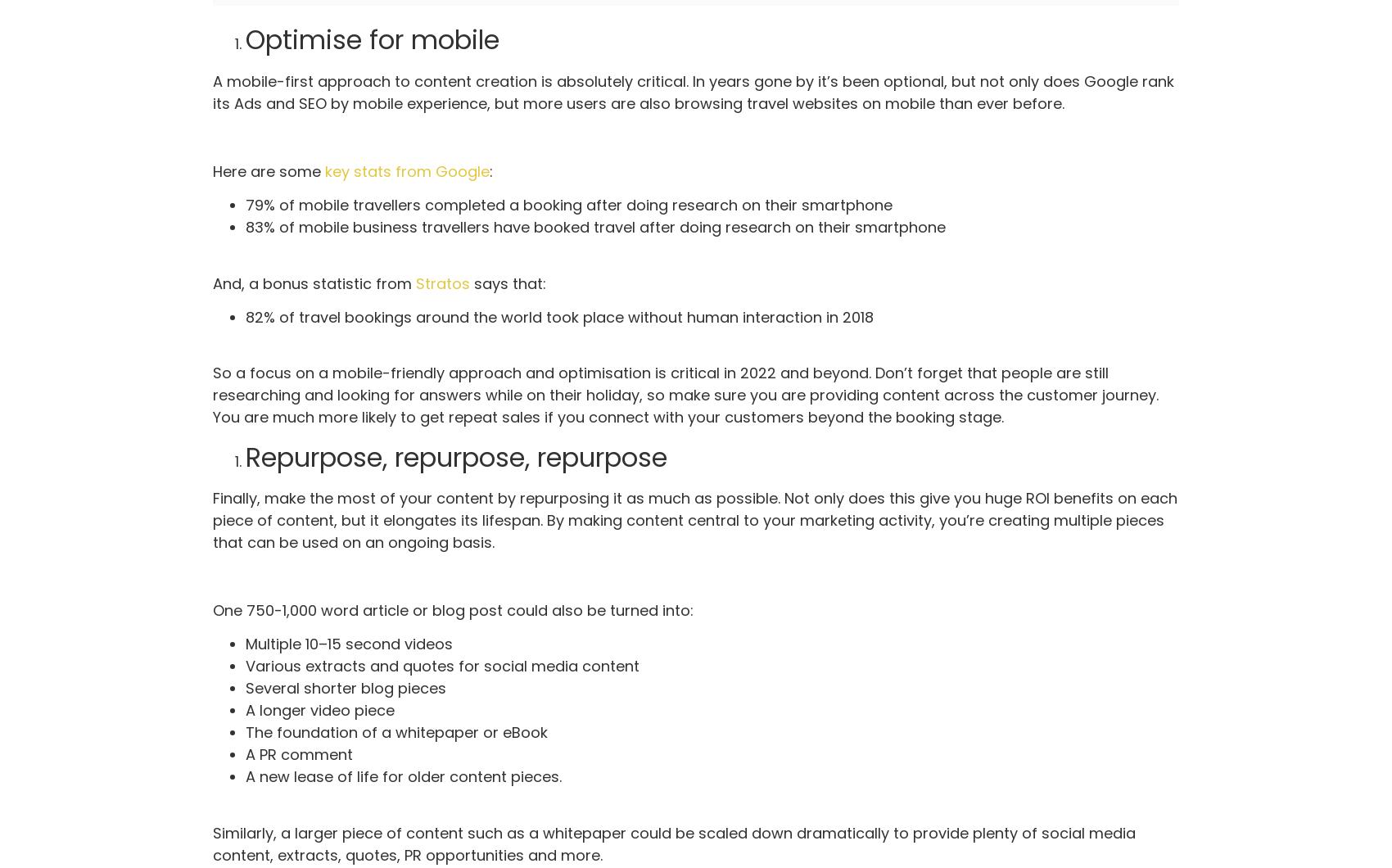  Describe the element at coordinates (452, 609) in the screenshot. I see `'One 750-1,000 word article or blog post could also be turned into:'` at that location.